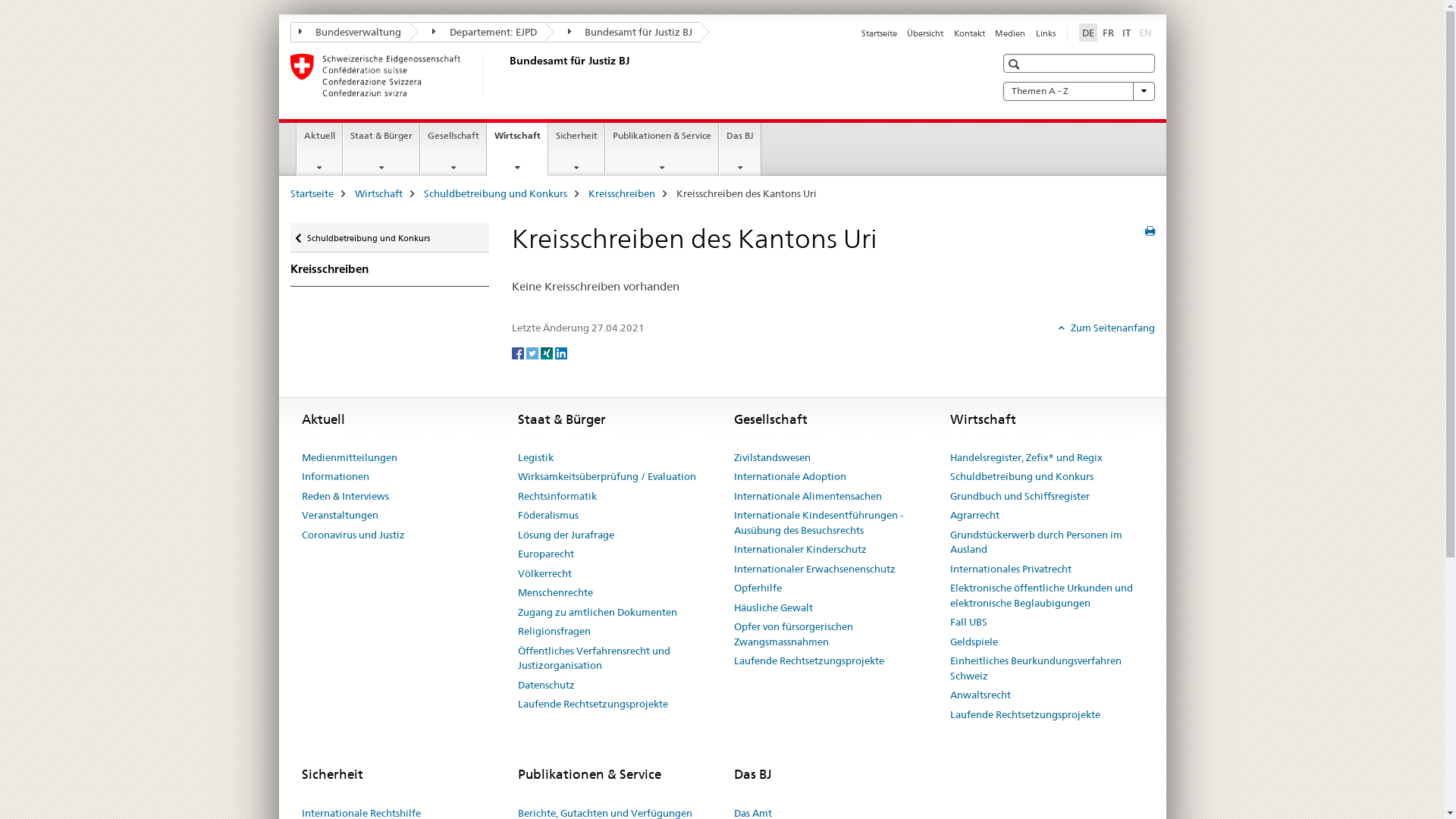  What do you see at coordinates (344, 497) in the screenshot?
I see `'Reden & Interviews'` at bounding box center [344, 497].